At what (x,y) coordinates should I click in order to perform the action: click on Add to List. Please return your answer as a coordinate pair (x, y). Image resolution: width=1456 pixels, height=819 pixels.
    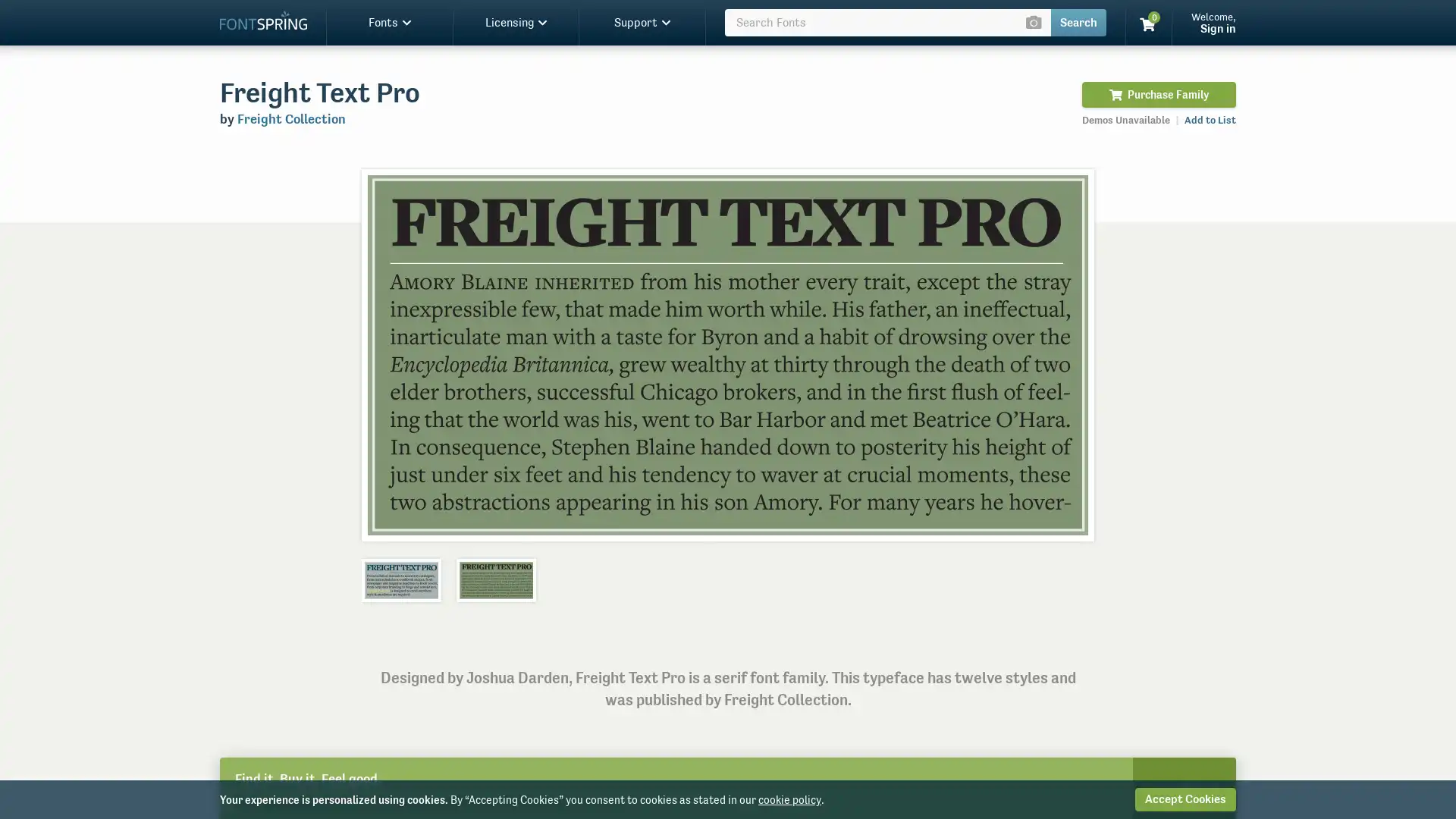
    Looking at the image, I should click on (1210, 119).